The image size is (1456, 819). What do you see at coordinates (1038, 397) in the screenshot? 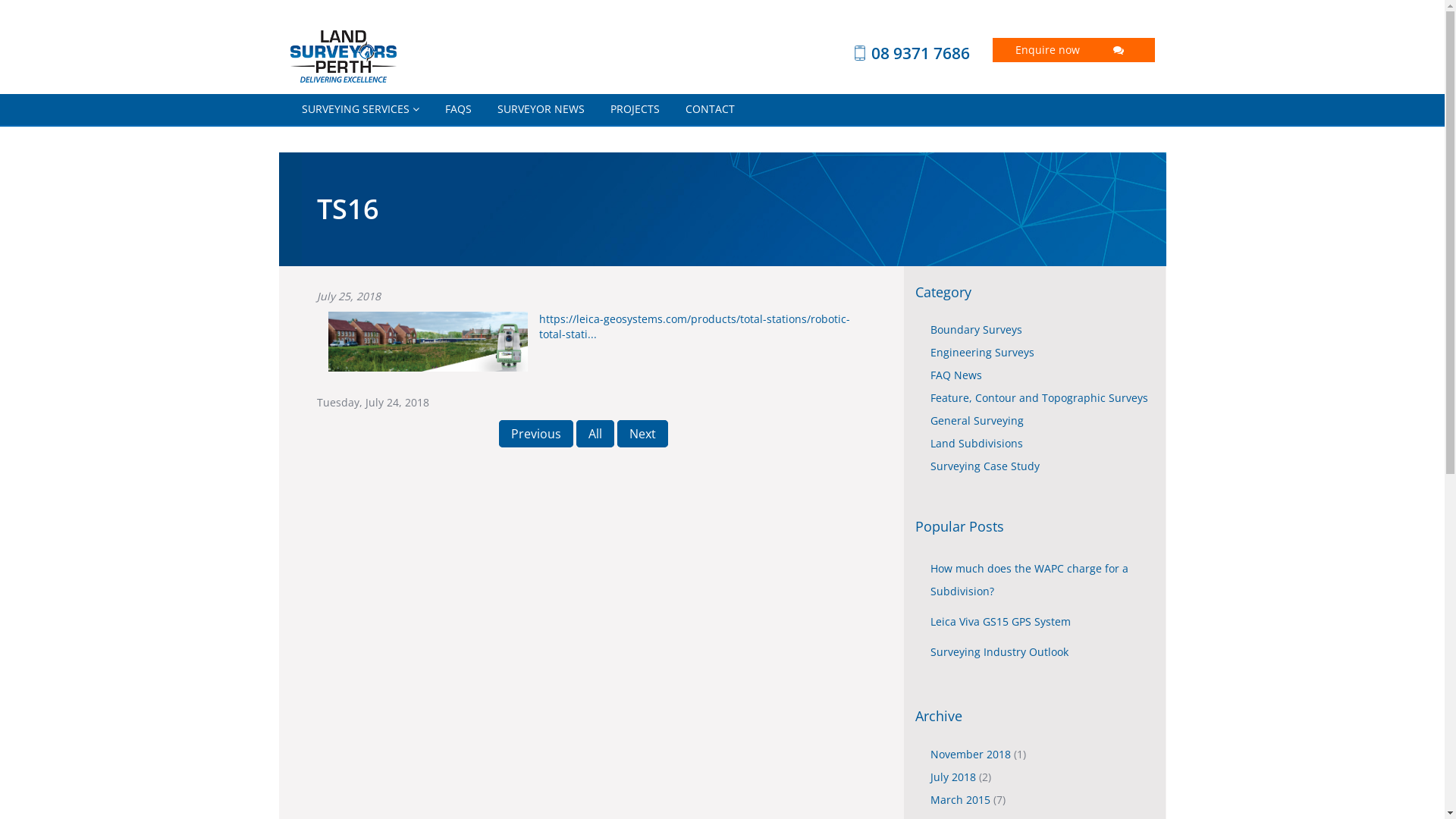
I see `'Feature, Contour and Topographic Surveys'` at bounding box center [1038, 397].